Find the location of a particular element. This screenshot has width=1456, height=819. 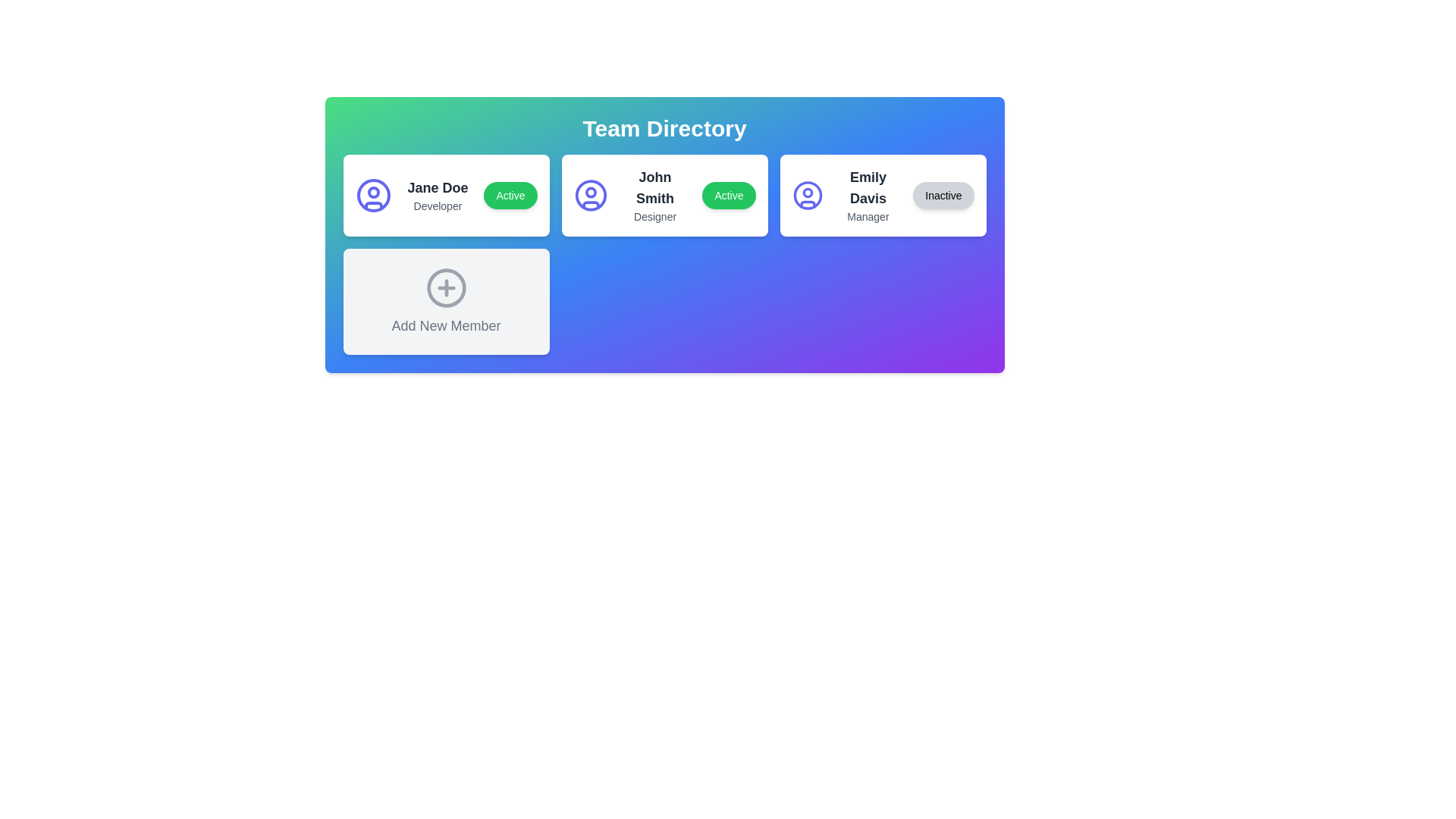

the red circular element within the user profile icon associated with 'Emily Davis' located at the top row of the interface is located at coordinates (807, 192).